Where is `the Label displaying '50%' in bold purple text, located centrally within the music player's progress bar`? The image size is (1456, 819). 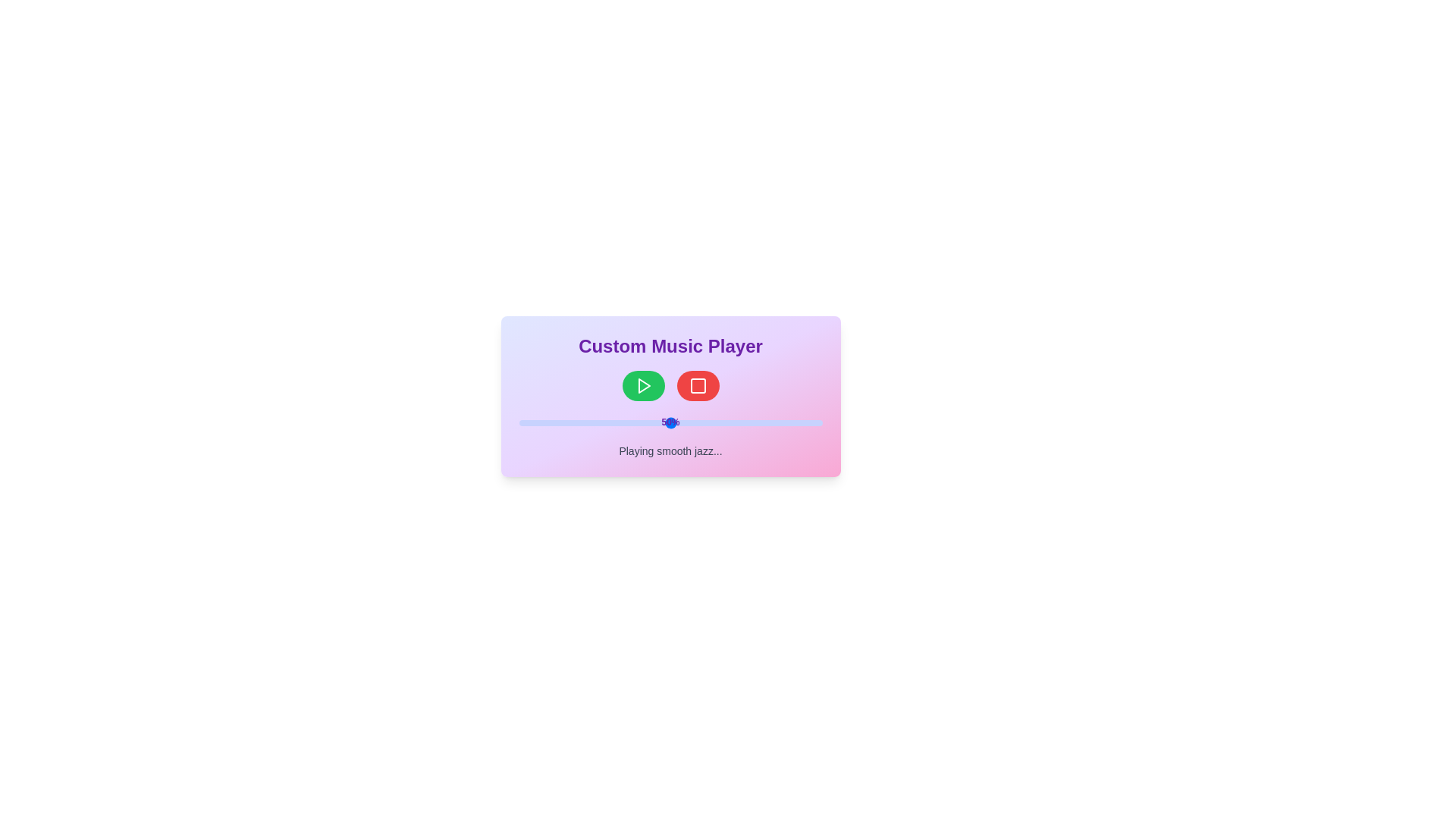
the Label displaying '50%' in bold purple text, located centrally within the music player's progress bar is located at coordinates (670, 422).